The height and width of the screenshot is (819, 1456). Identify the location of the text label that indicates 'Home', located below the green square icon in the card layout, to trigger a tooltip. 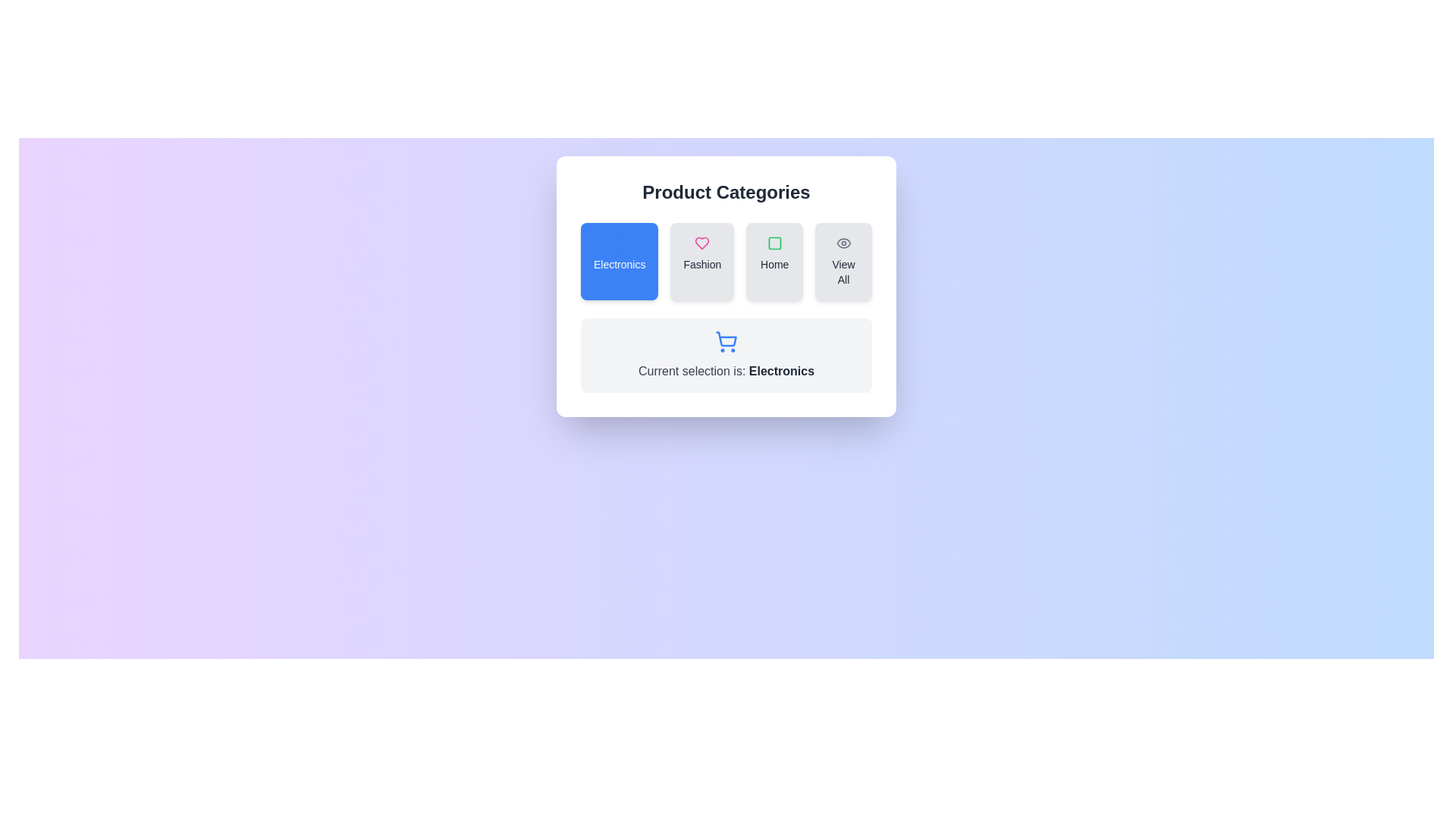
(774, 263).